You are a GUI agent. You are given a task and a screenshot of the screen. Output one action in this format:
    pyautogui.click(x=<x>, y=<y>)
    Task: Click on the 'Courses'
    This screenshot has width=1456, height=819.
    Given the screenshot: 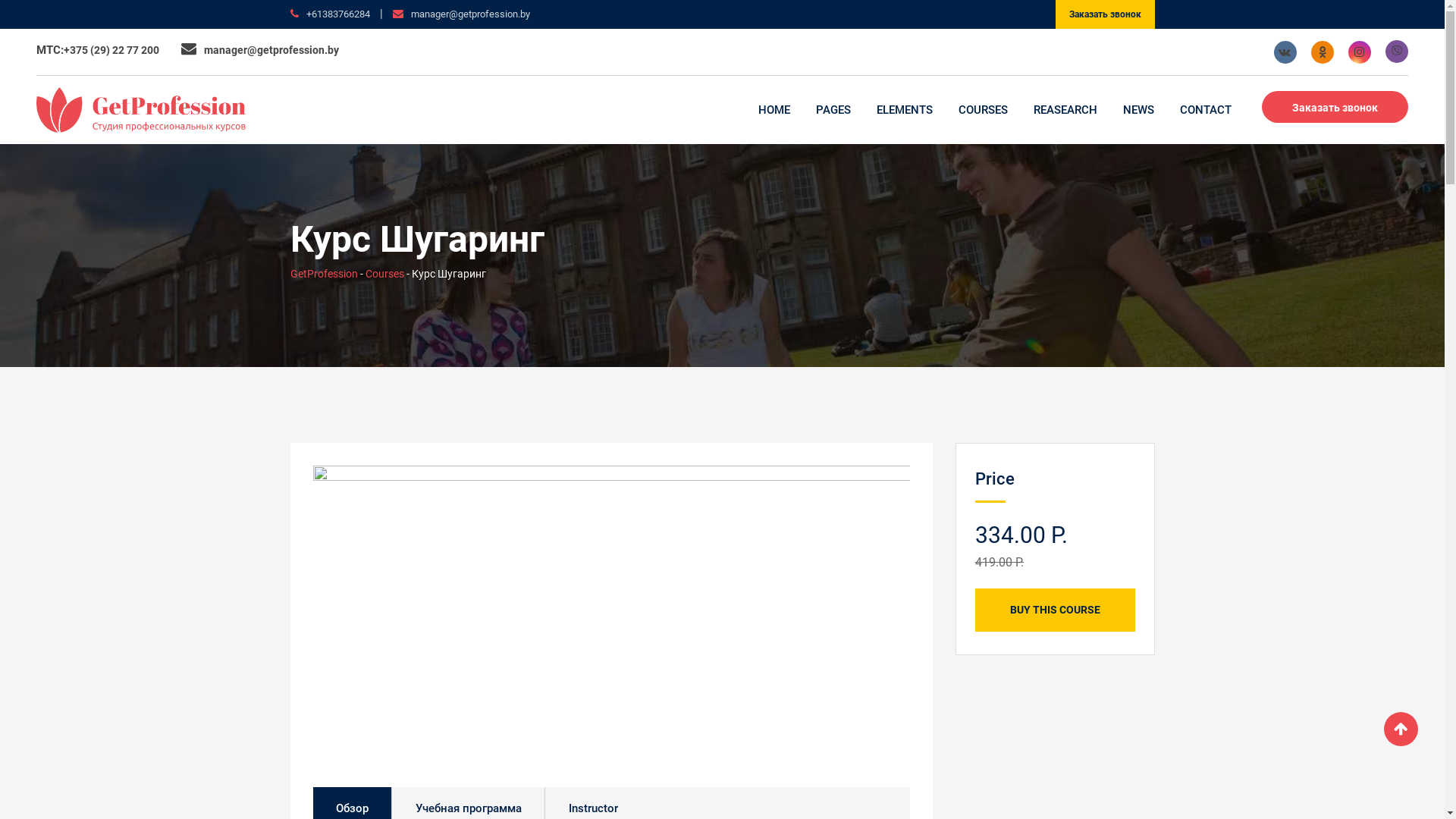 What is the action you would take?
    pyautogui.click(x=365, y=274)
    